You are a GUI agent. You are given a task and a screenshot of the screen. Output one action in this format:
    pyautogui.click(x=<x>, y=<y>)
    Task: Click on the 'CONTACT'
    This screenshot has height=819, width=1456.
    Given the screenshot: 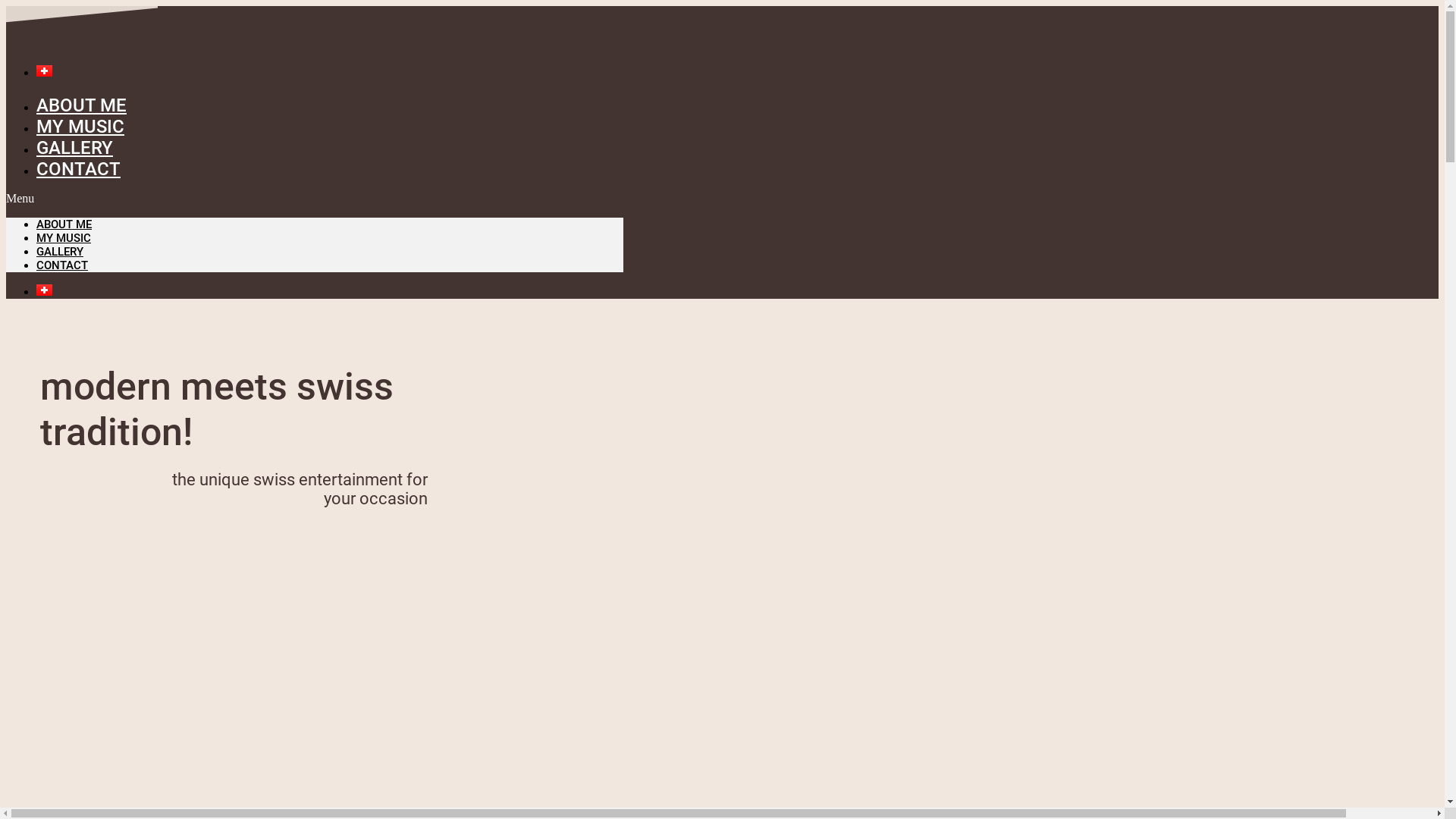 What is the action you would take?
    pyautogui.click(x=61, y=265)
    